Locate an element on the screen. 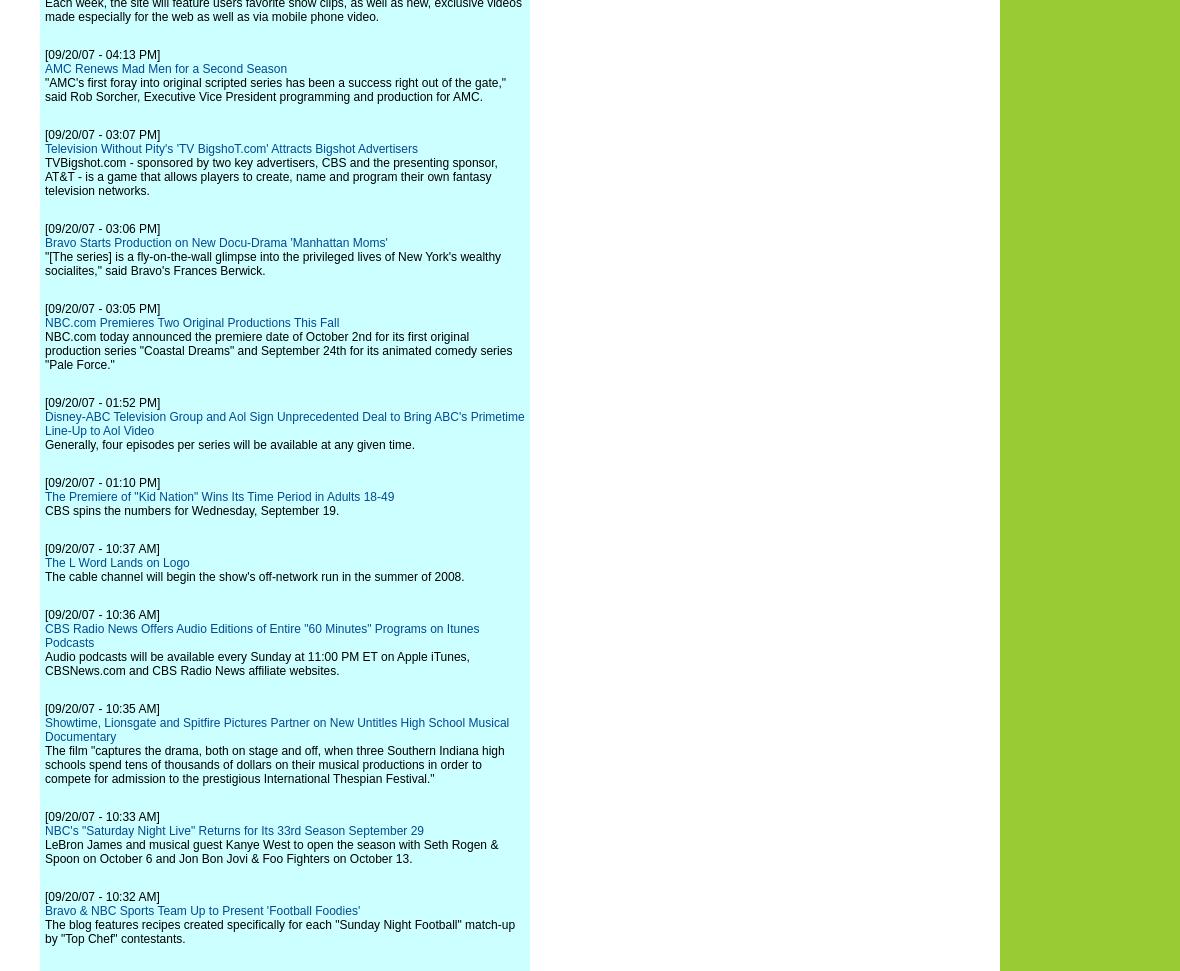  '[09/20/07 - 10:35 AM]' is located at coordinates (43, 708).